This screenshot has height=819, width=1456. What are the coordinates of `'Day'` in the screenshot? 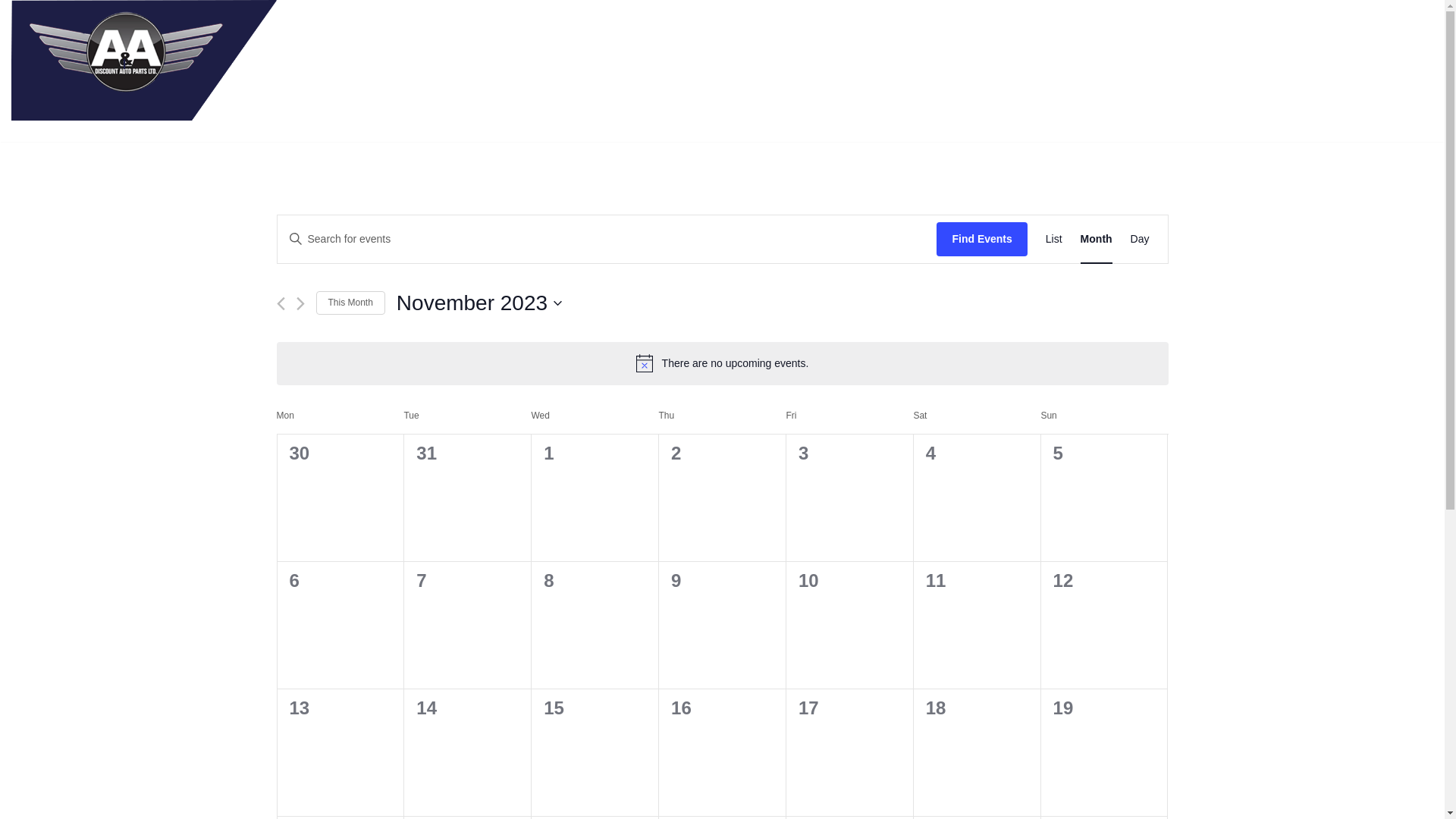 It's located at (1131, 239).